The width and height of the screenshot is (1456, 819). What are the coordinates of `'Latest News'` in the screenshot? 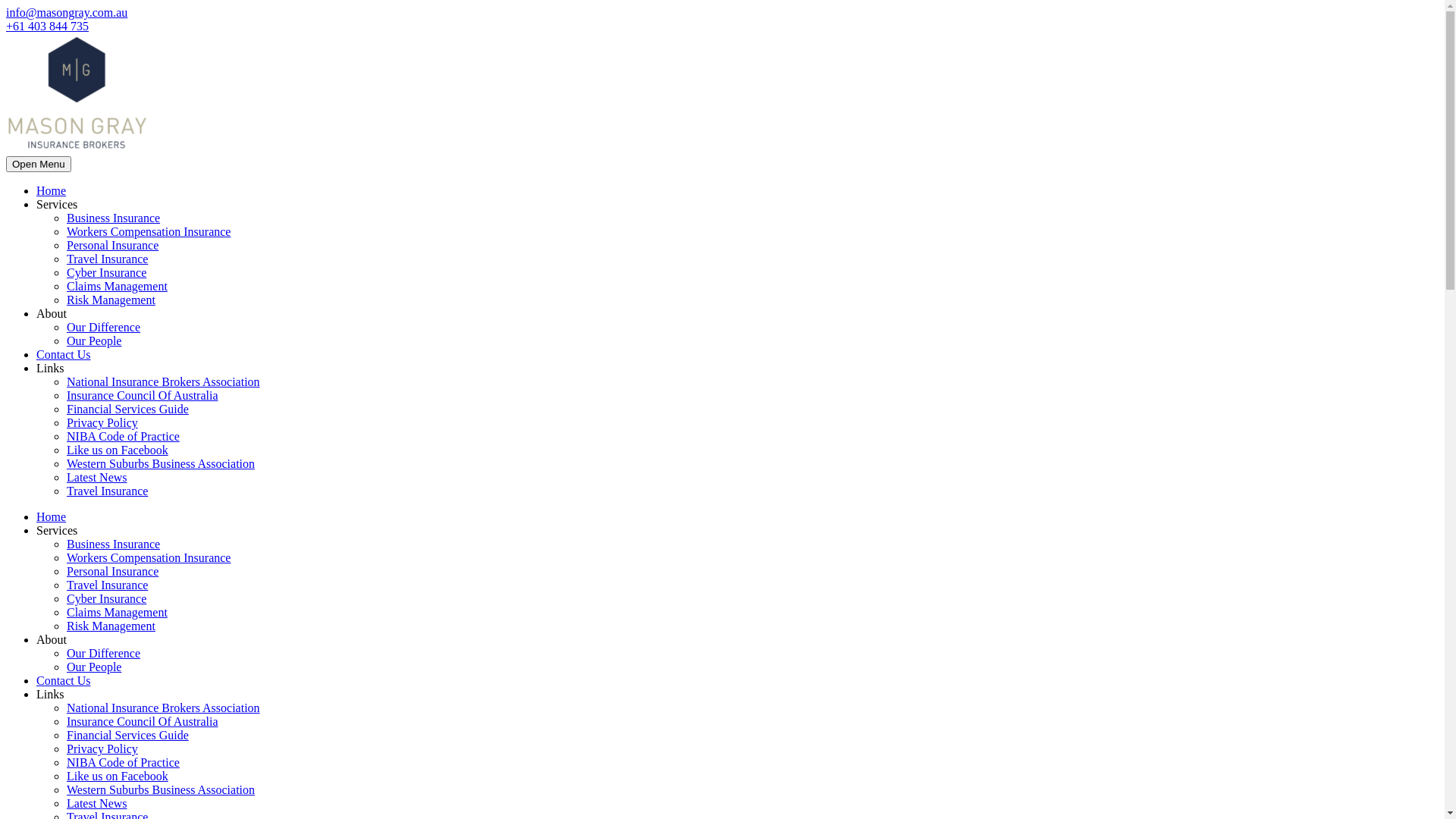 It's located at (96, 802).